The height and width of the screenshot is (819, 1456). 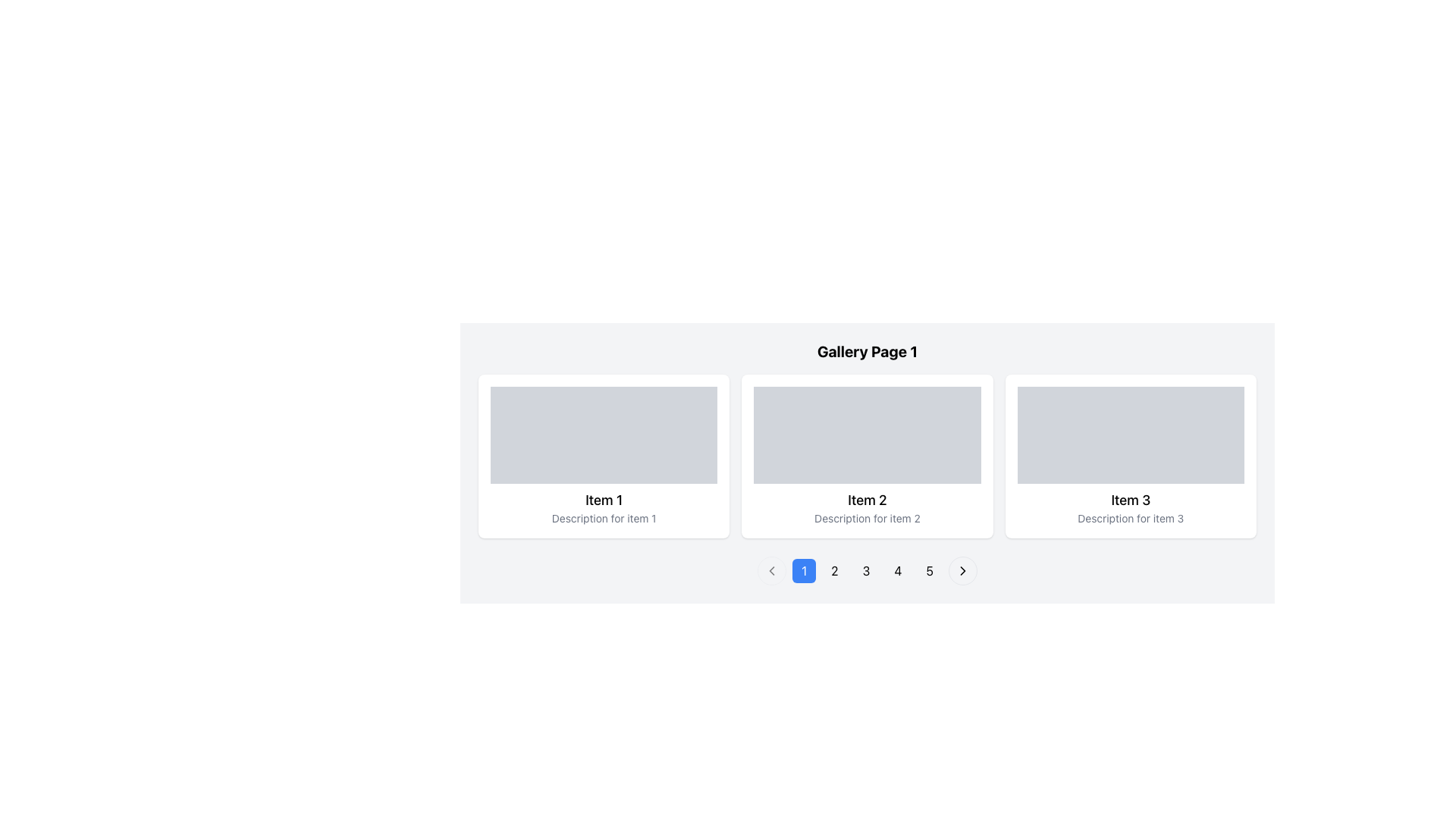 What do you see at coordinates (772, 570) in the screenshot?
I see `the chevron icon embedded in the circular button` at bounding box center [772, 570].